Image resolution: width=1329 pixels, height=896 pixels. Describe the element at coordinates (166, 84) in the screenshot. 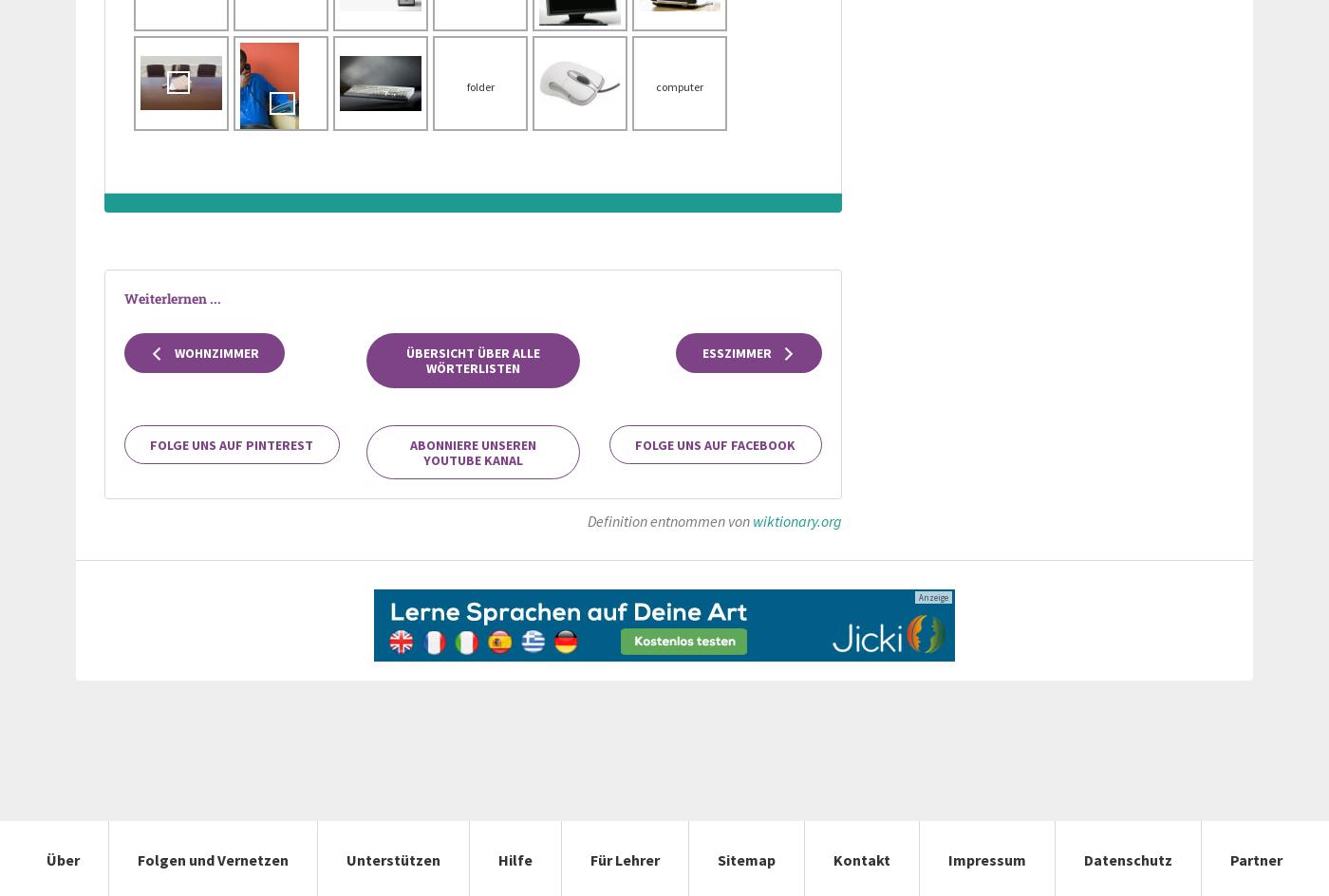

I see `'laptop'` at that location.